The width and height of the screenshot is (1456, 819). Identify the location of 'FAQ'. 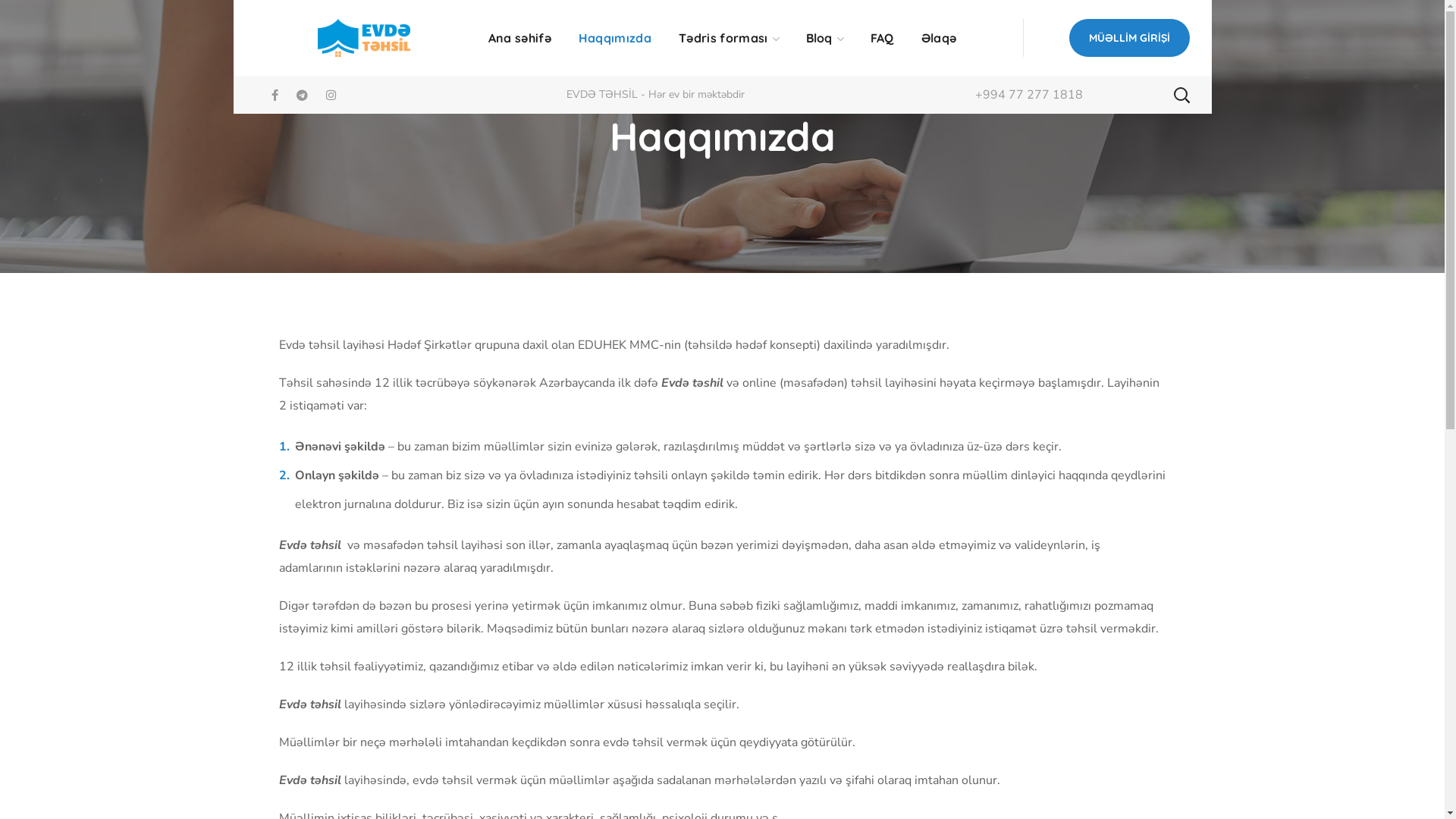
(882, 37).